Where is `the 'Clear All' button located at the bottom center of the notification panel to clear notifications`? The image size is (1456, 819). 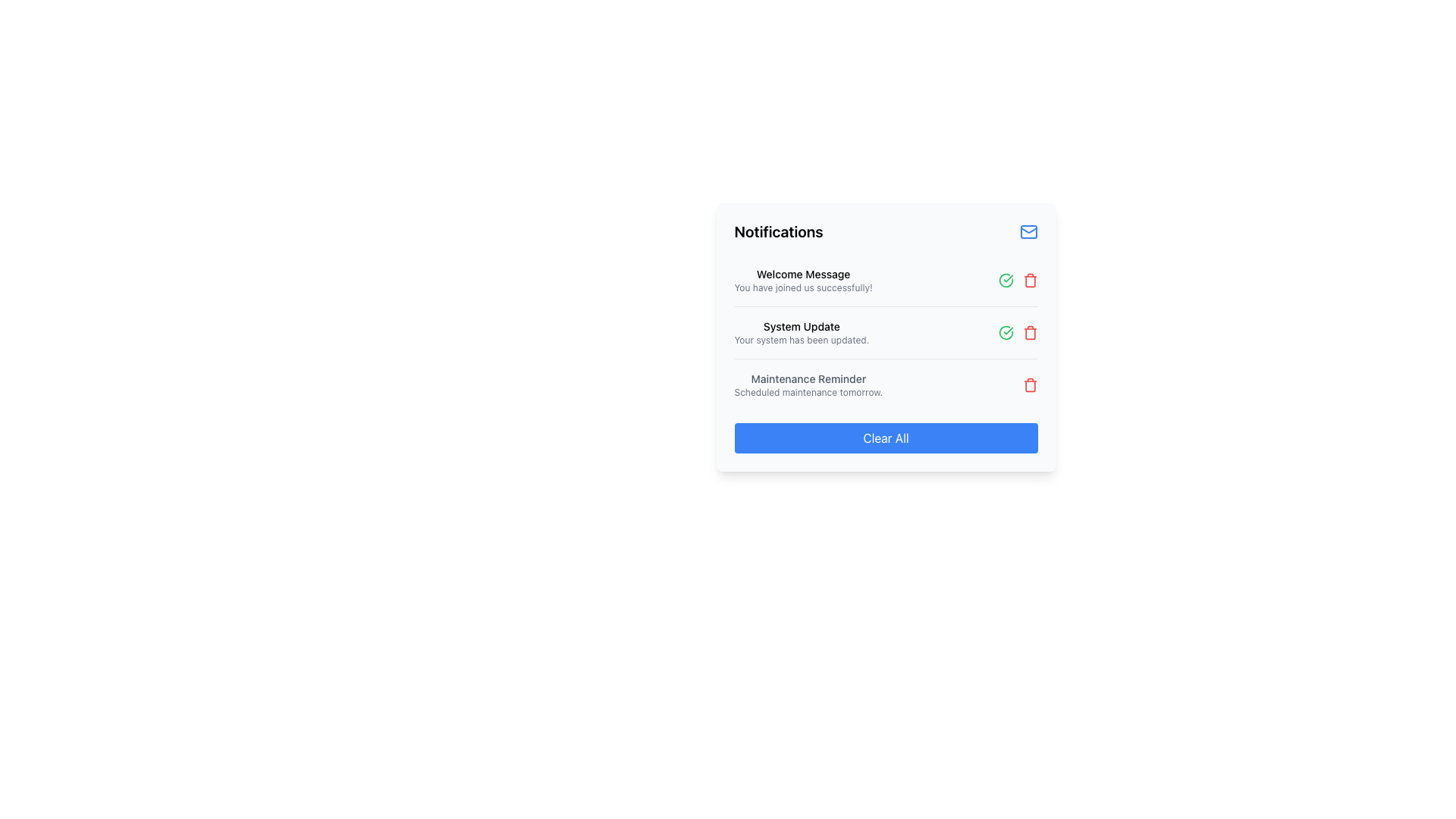 the 'Clear All' button located at the bottom center of the notification panel to clear notifications is located at coordinates (886, 438).